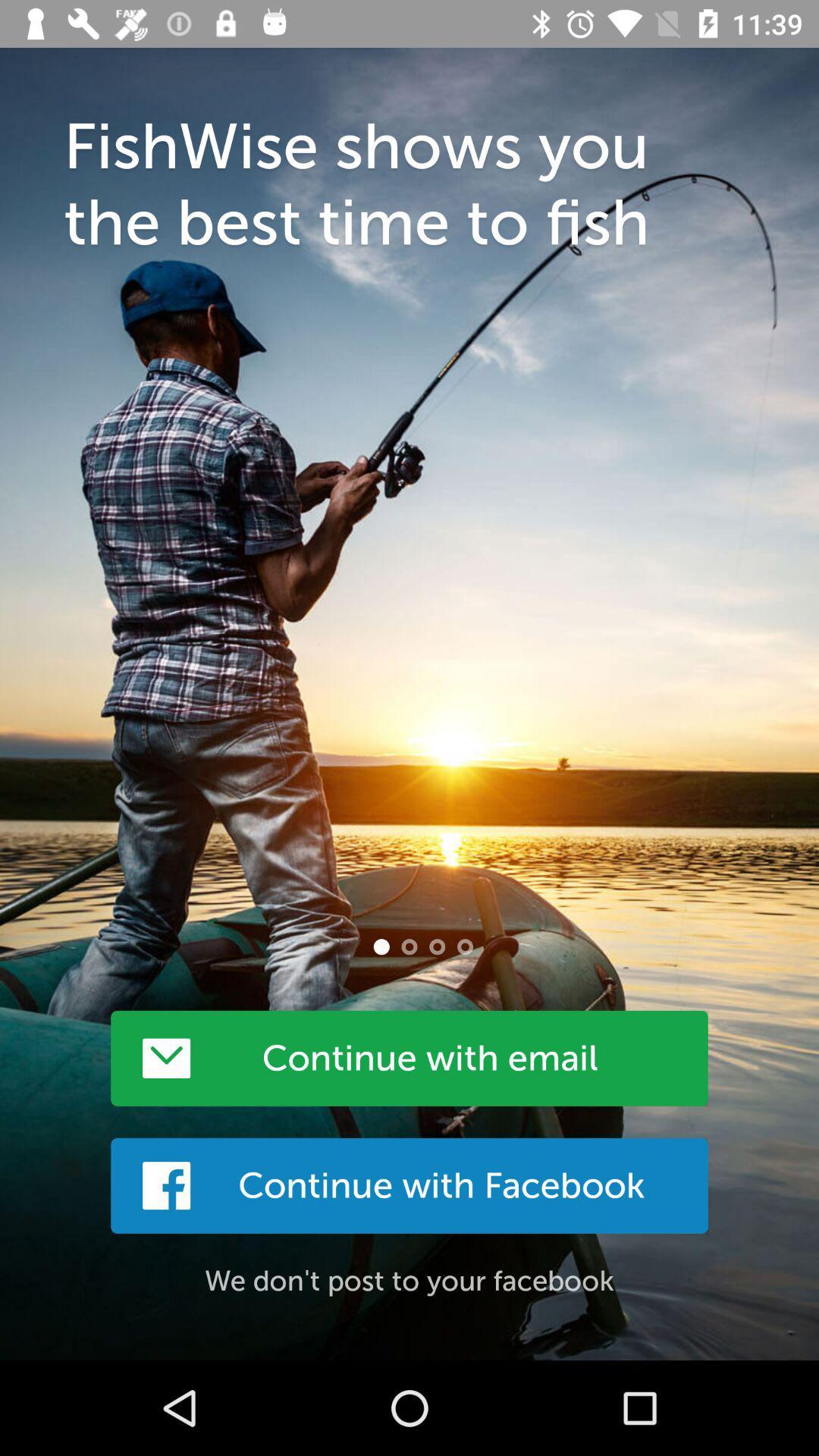 The height and width of the screenshot is (1456, 819). I want to click on the avatar icon, so click(381, 946).